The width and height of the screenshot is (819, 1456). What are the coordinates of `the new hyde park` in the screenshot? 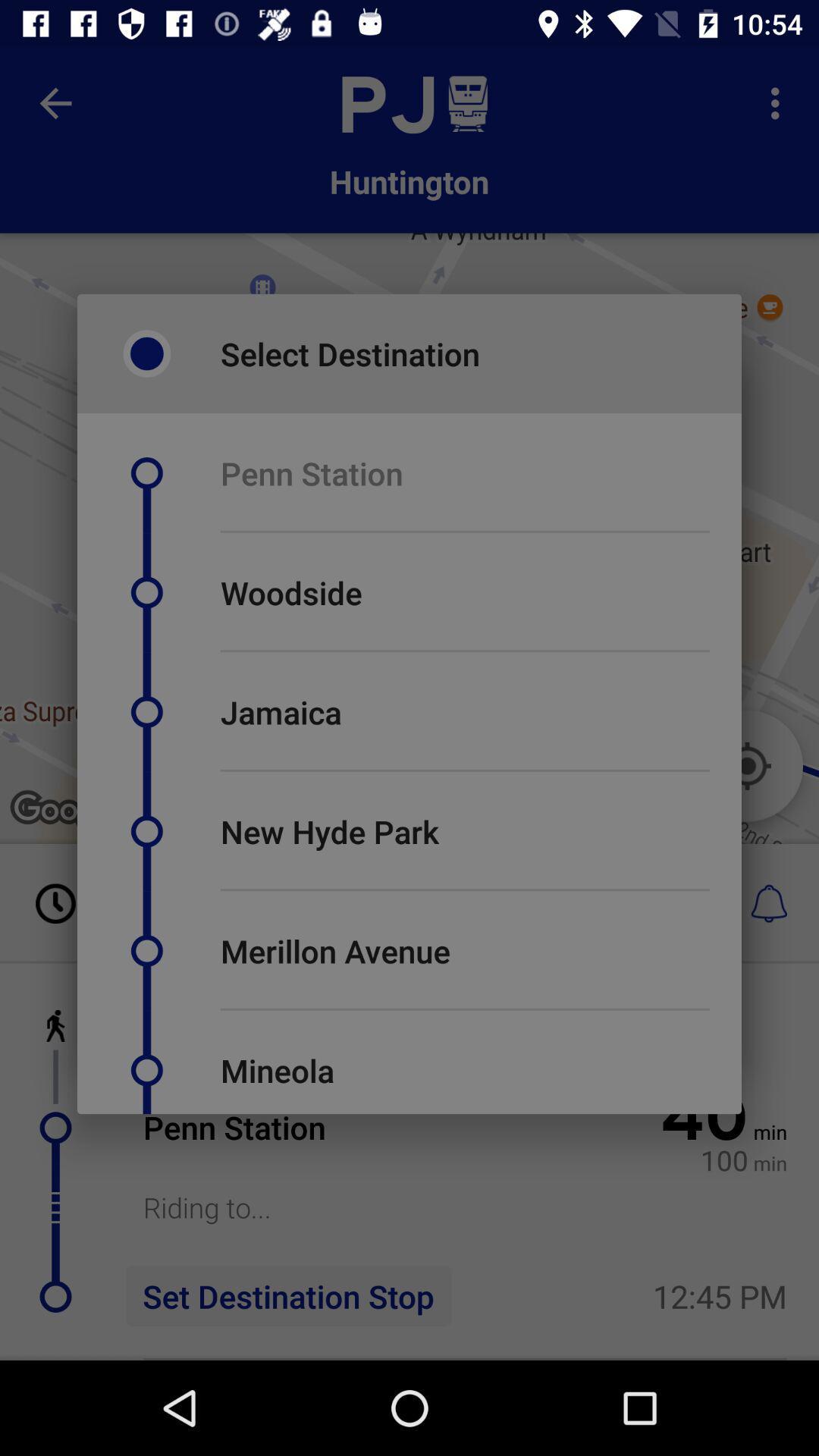 It's located at (329, 830).